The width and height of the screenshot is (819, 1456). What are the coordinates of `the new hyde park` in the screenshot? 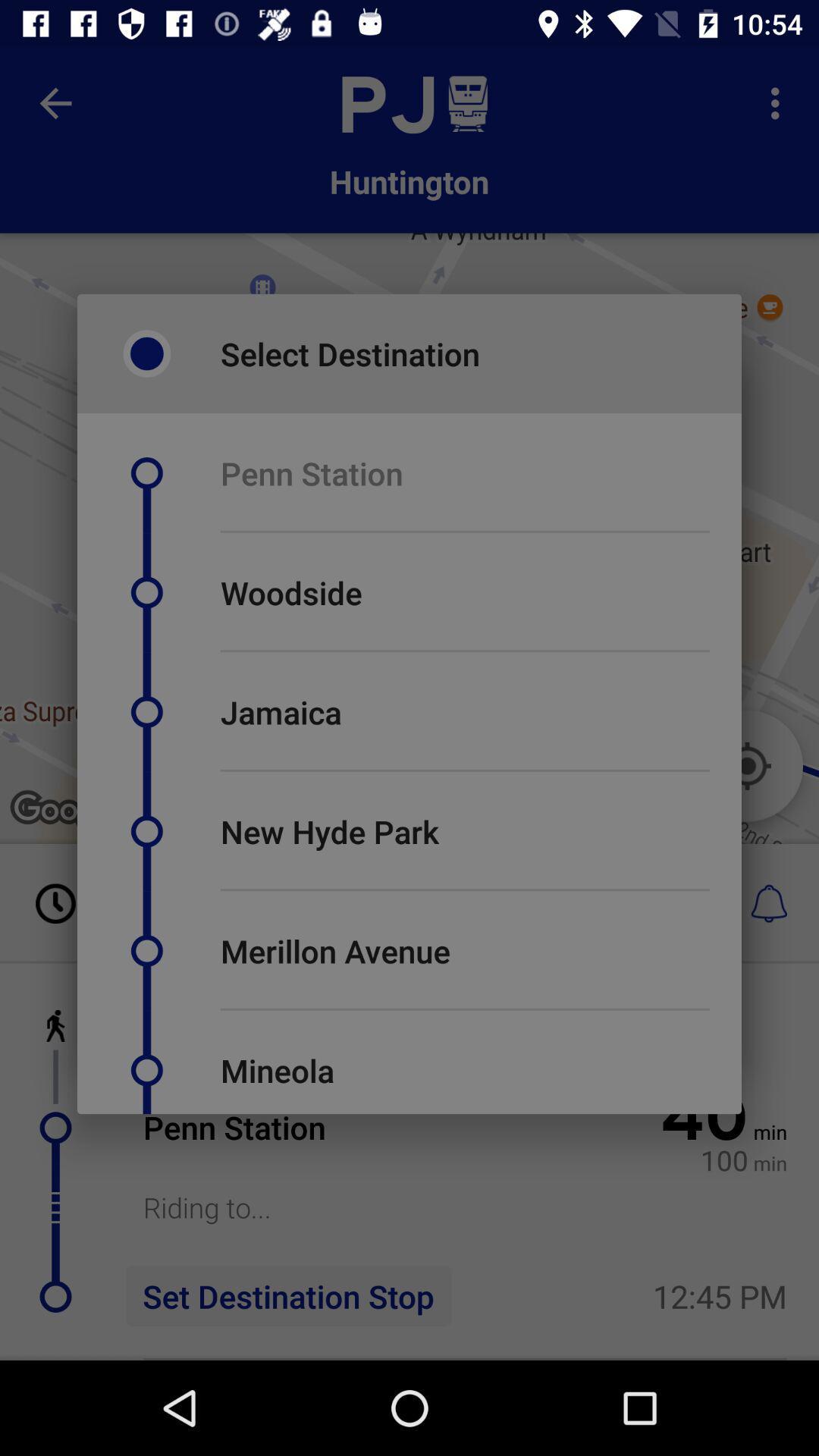 It's located at (329, 830).